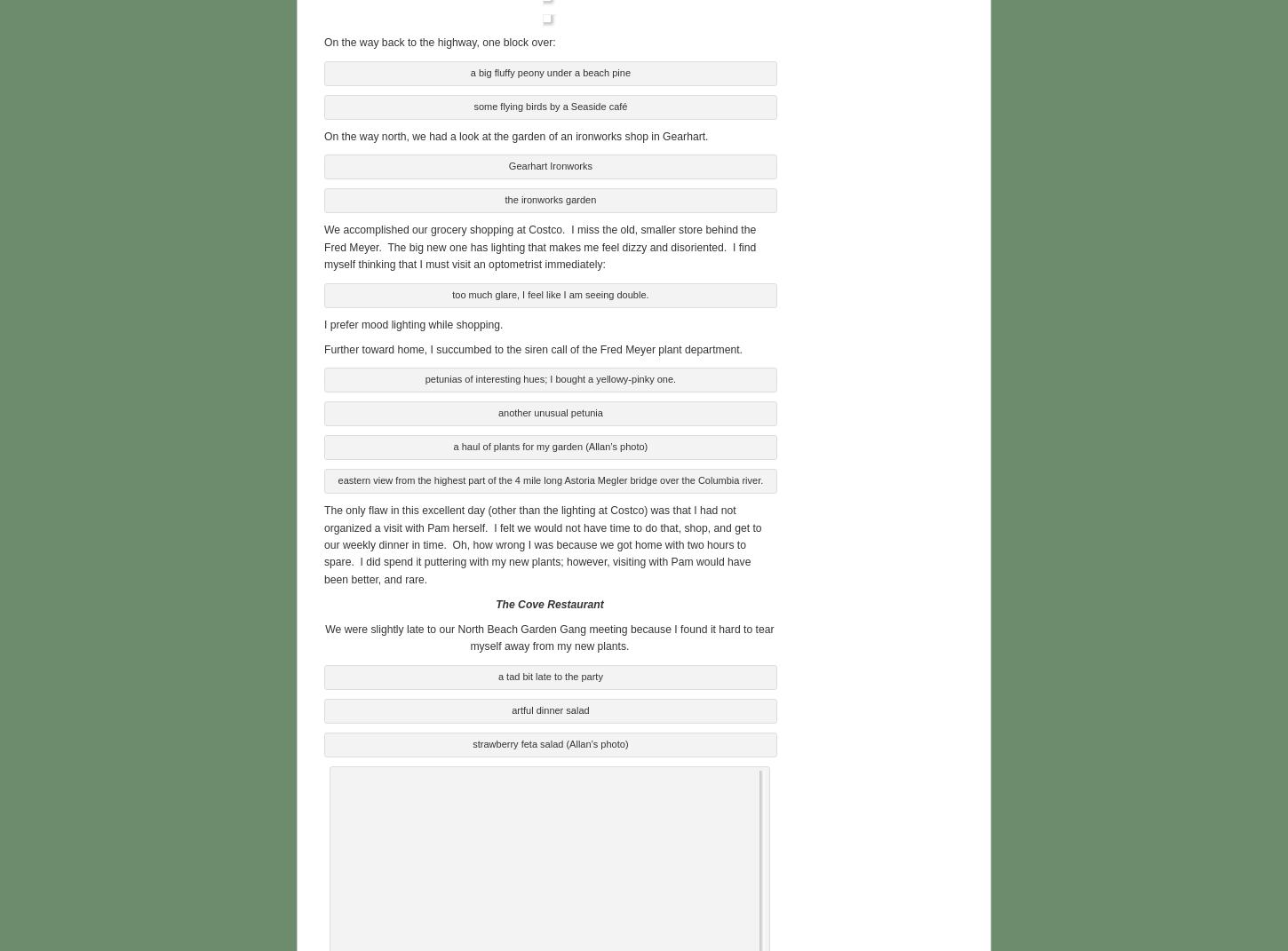  I want to click on 'too much glare, I feel like I am seeing double.', so click(549, 291).